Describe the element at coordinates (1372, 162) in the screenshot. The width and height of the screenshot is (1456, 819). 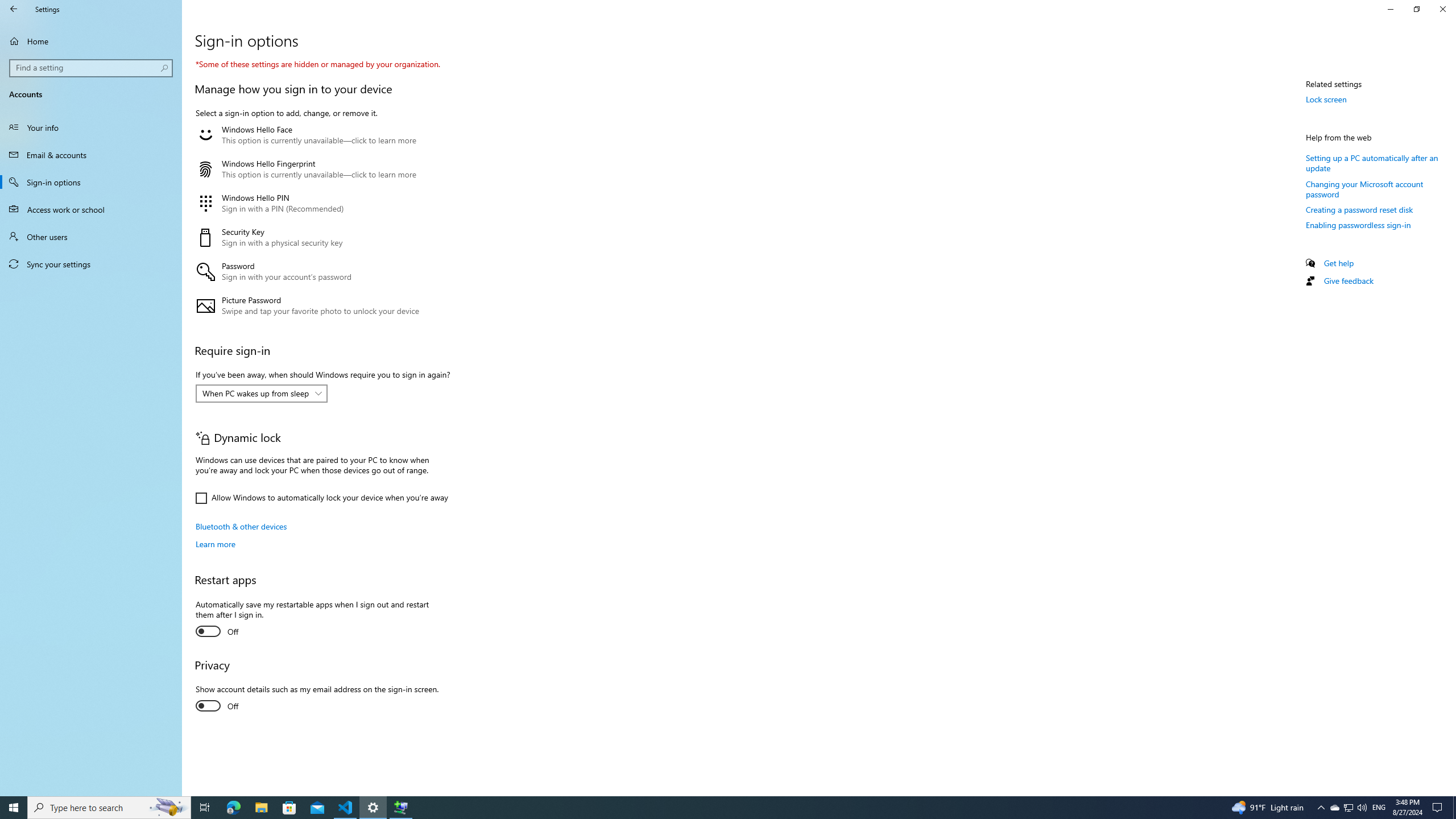
I see `'Setting up a PC automatically after an update'` at that location.